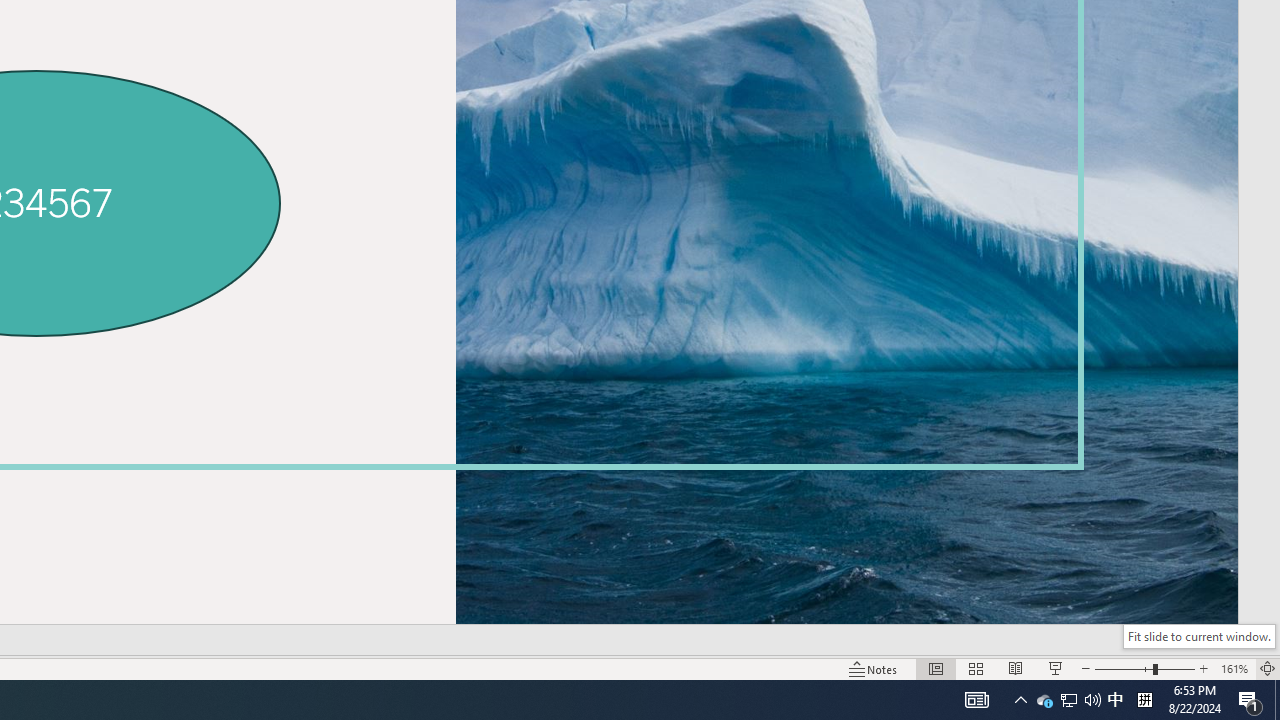  I want to click on 'Slide Sorter', so click(976, 669).